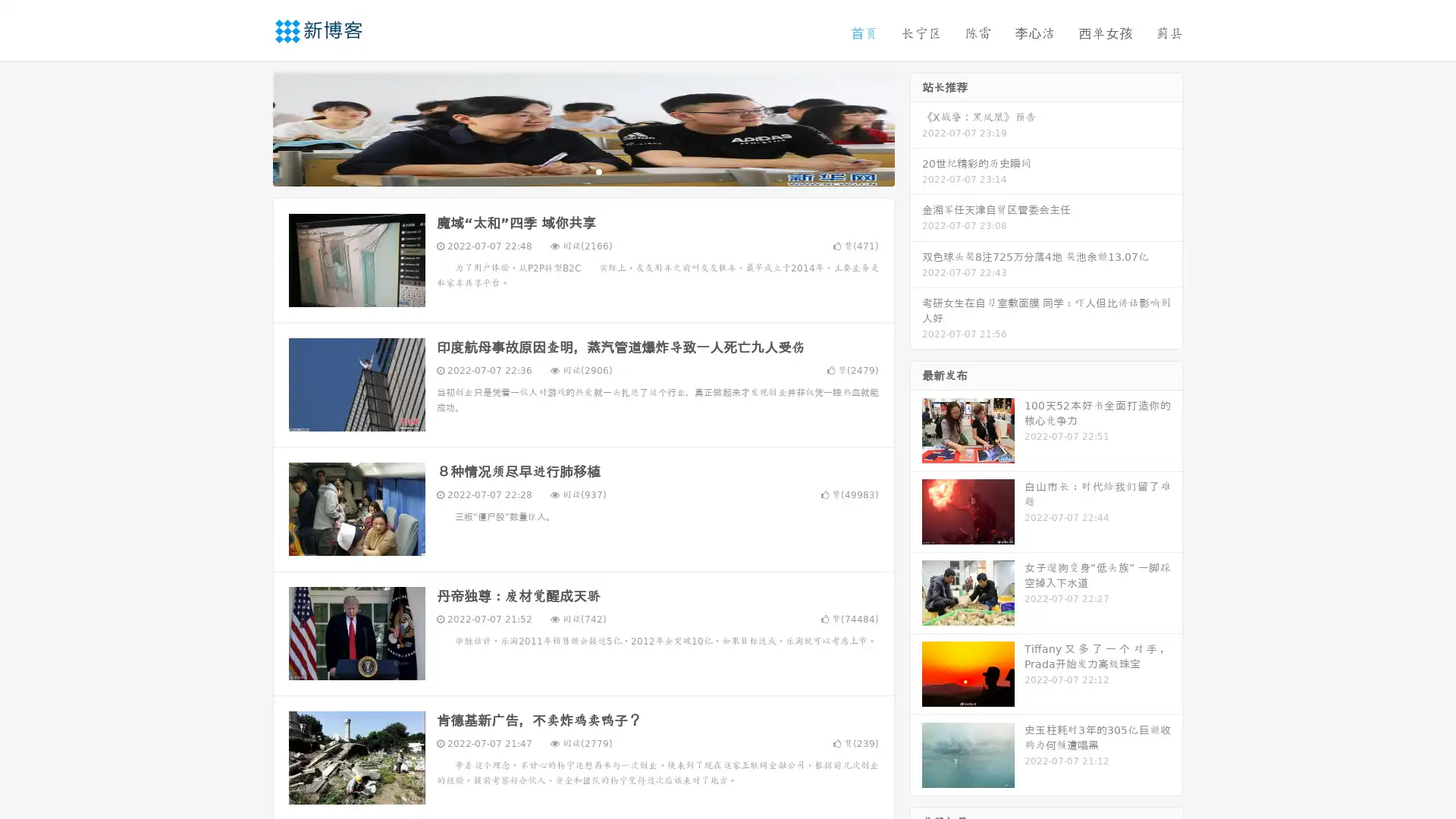  What do you see at coordinates (916, 127) in the screenshot?
I see `Next slide` at bounding box center [916, 127].